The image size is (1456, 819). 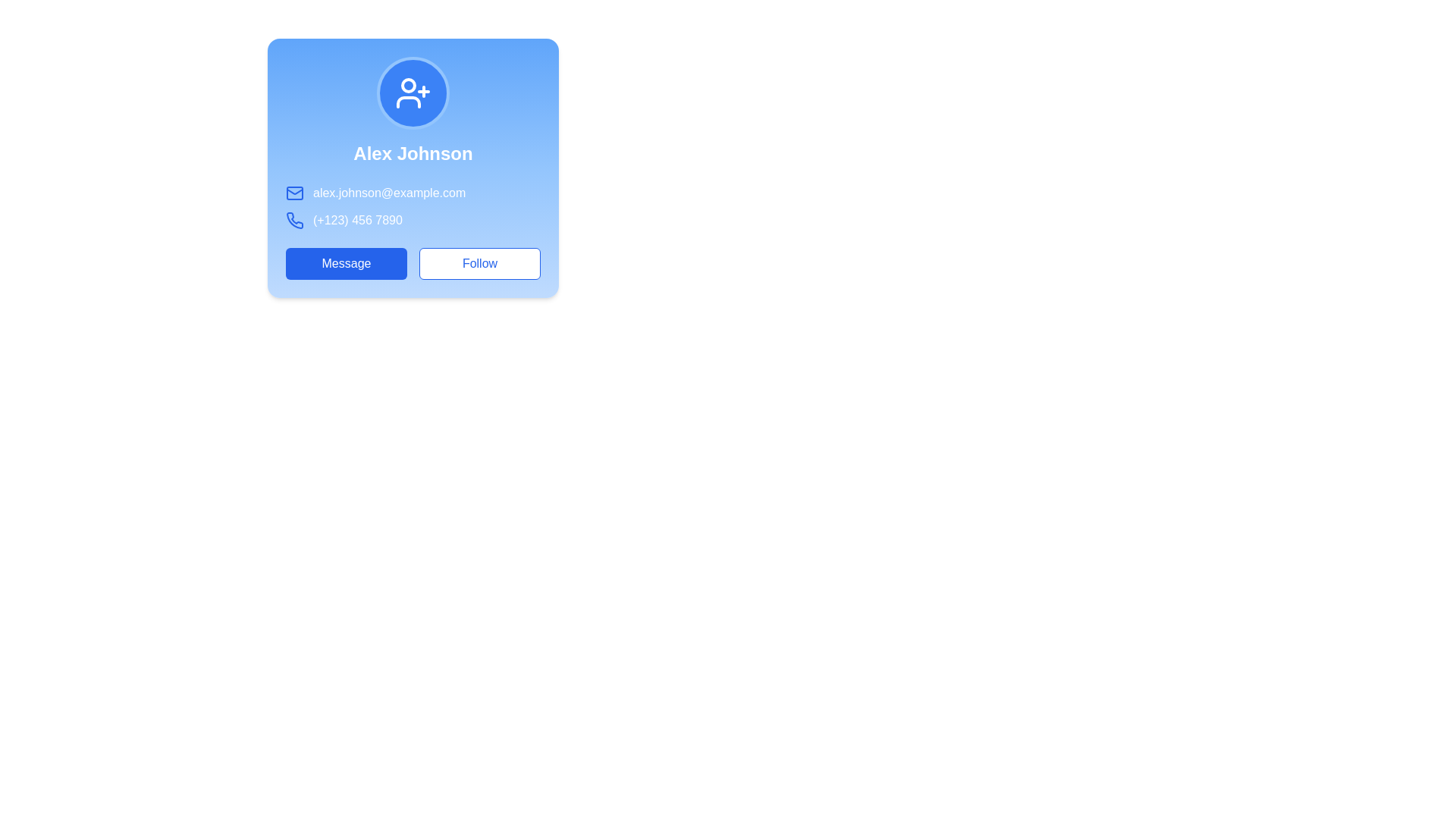 What do you see at coordinates (294, 220) in the screenshot?
I see `the phone icon, which is a blue outlined receiver shape located to the left of the phone number '(+123) 456 7890' in the contact card's second row` at bounding box center [294, 220].